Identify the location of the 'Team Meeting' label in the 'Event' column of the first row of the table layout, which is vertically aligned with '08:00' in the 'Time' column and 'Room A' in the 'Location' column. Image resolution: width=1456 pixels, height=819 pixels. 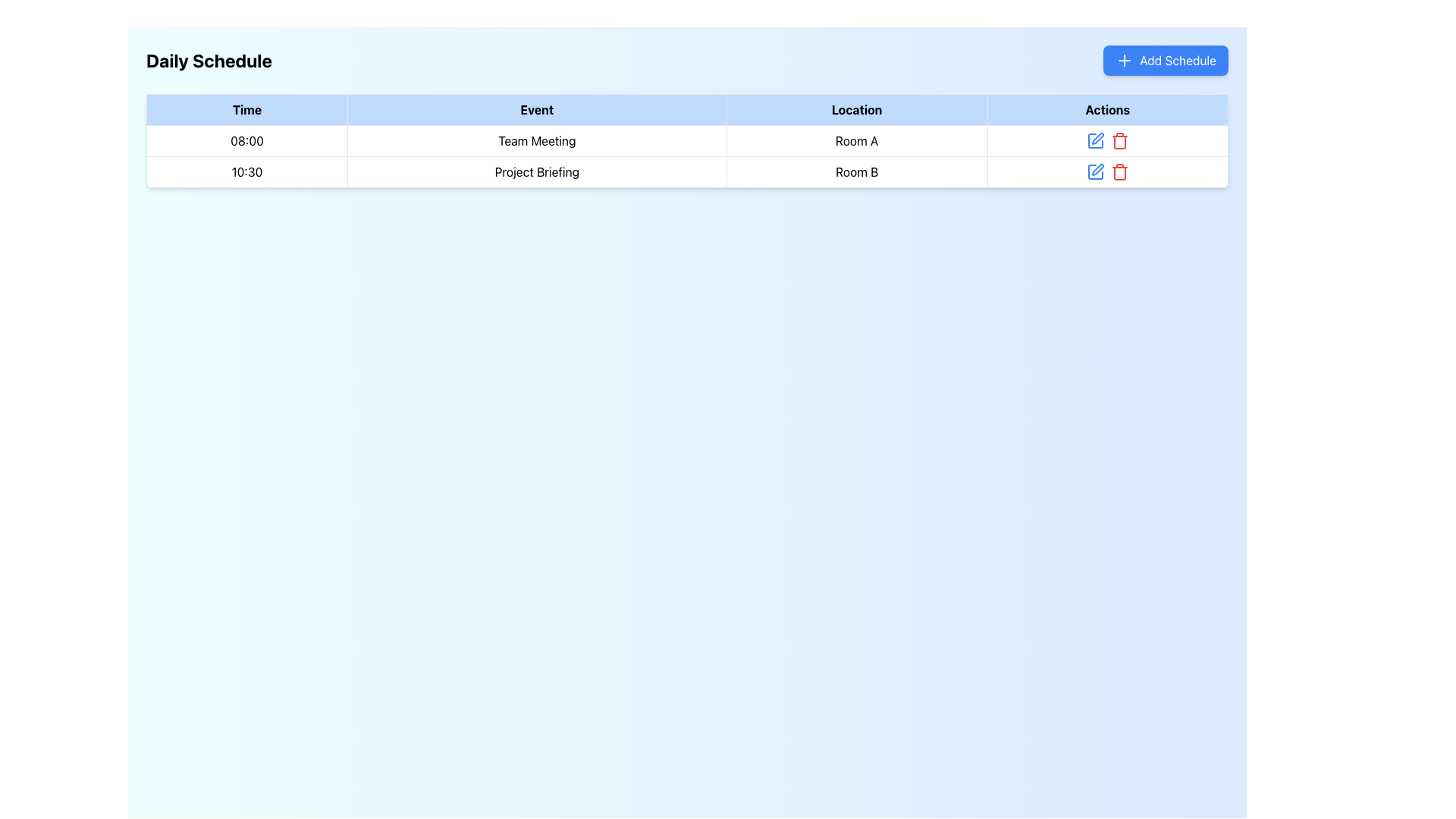
(537, 140).